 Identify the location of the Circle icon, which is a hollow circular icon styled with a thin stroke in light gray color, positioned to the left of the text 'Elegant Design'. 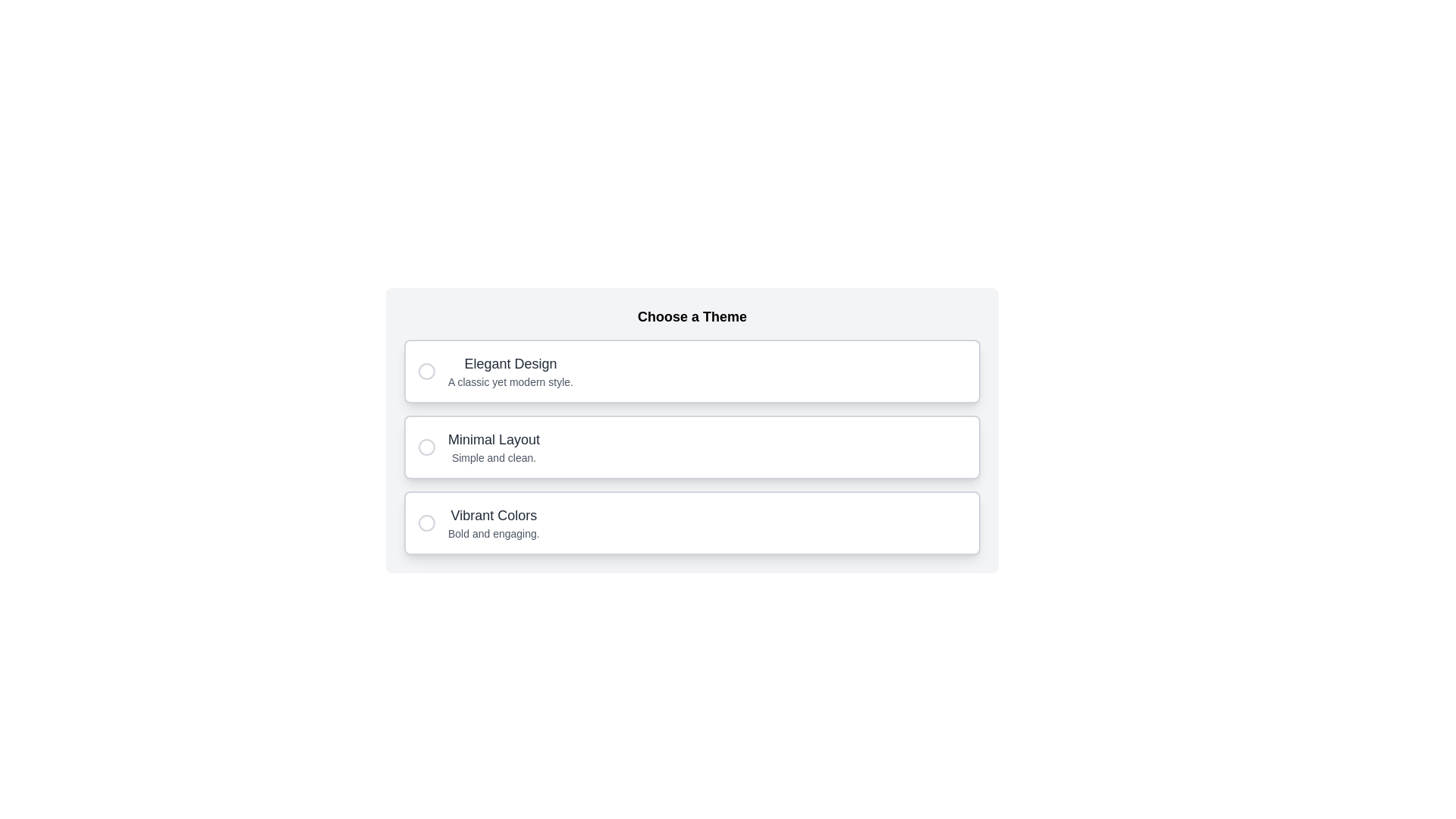
(425, 371).